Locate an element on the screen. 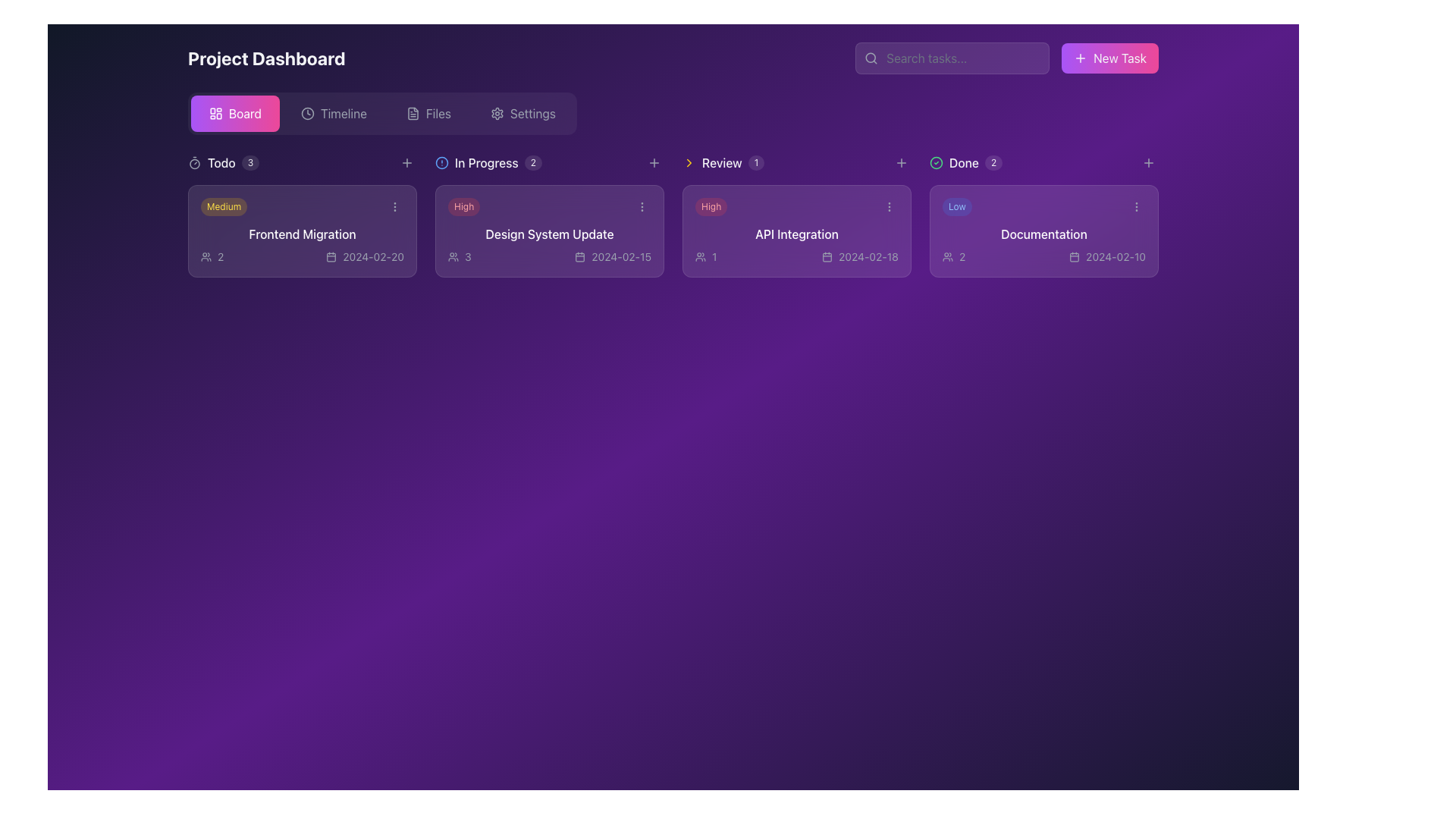  the rectangular button labeled 'New Task' with a plus sign icon, located at the top-right corner of the interface is located at coordinates (1110, 58).